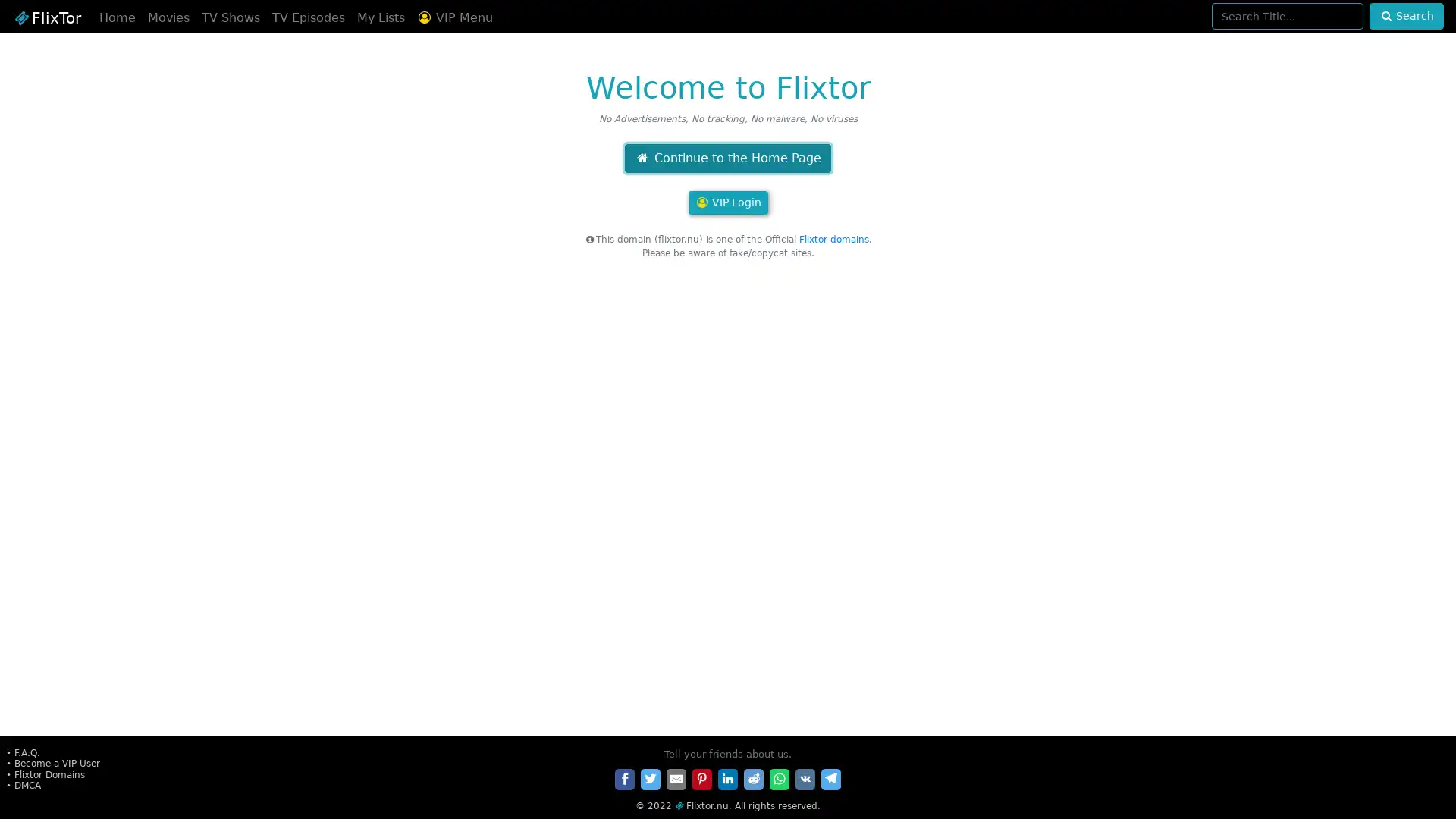 The height and width of the screenshot is (819, 1456). I want to click on Continue to the Home Page, so click(726, 158).